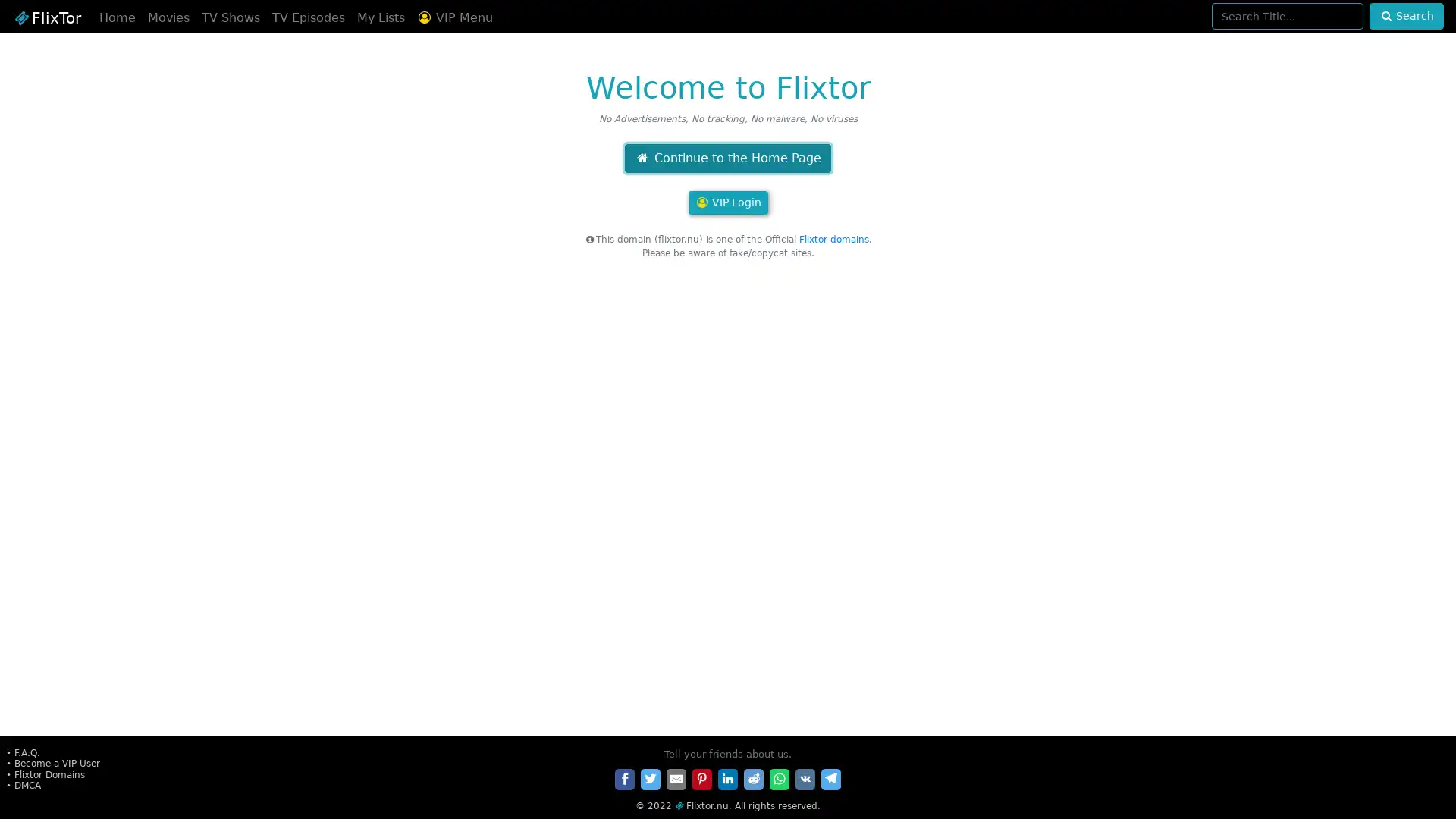 The height and width of the screenshot is (819, 1456). I want to click on Continue to the Home Page, so click(726, 158).